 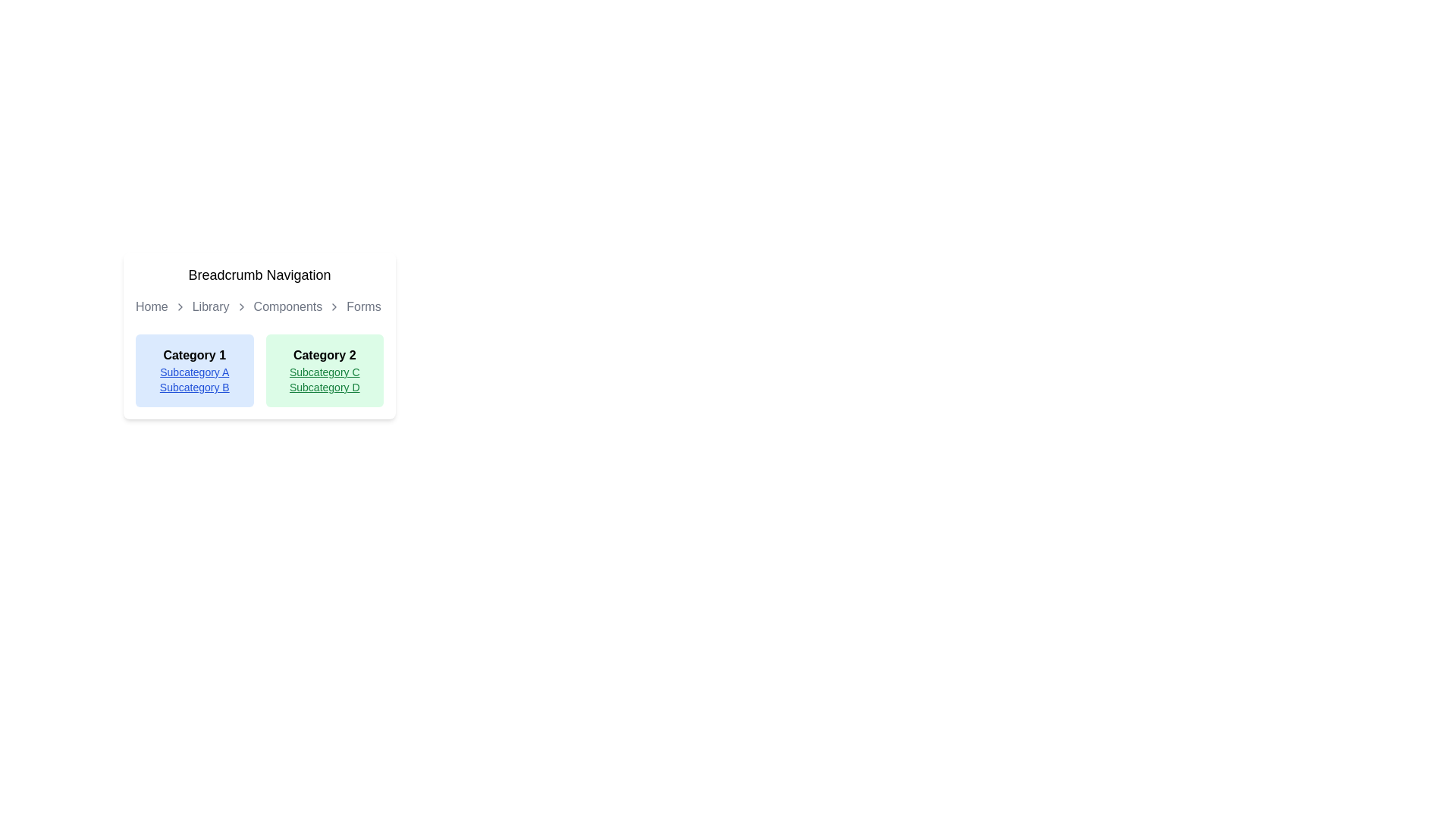 What do you see at coordinates (334, 307) in the screenshot?
I see `the chevron icon that separates 'Components' and 'Forms' in the breadcrumb navigation bar, which is the fourth chevron in the sequence` at bounding box center [334, 307].